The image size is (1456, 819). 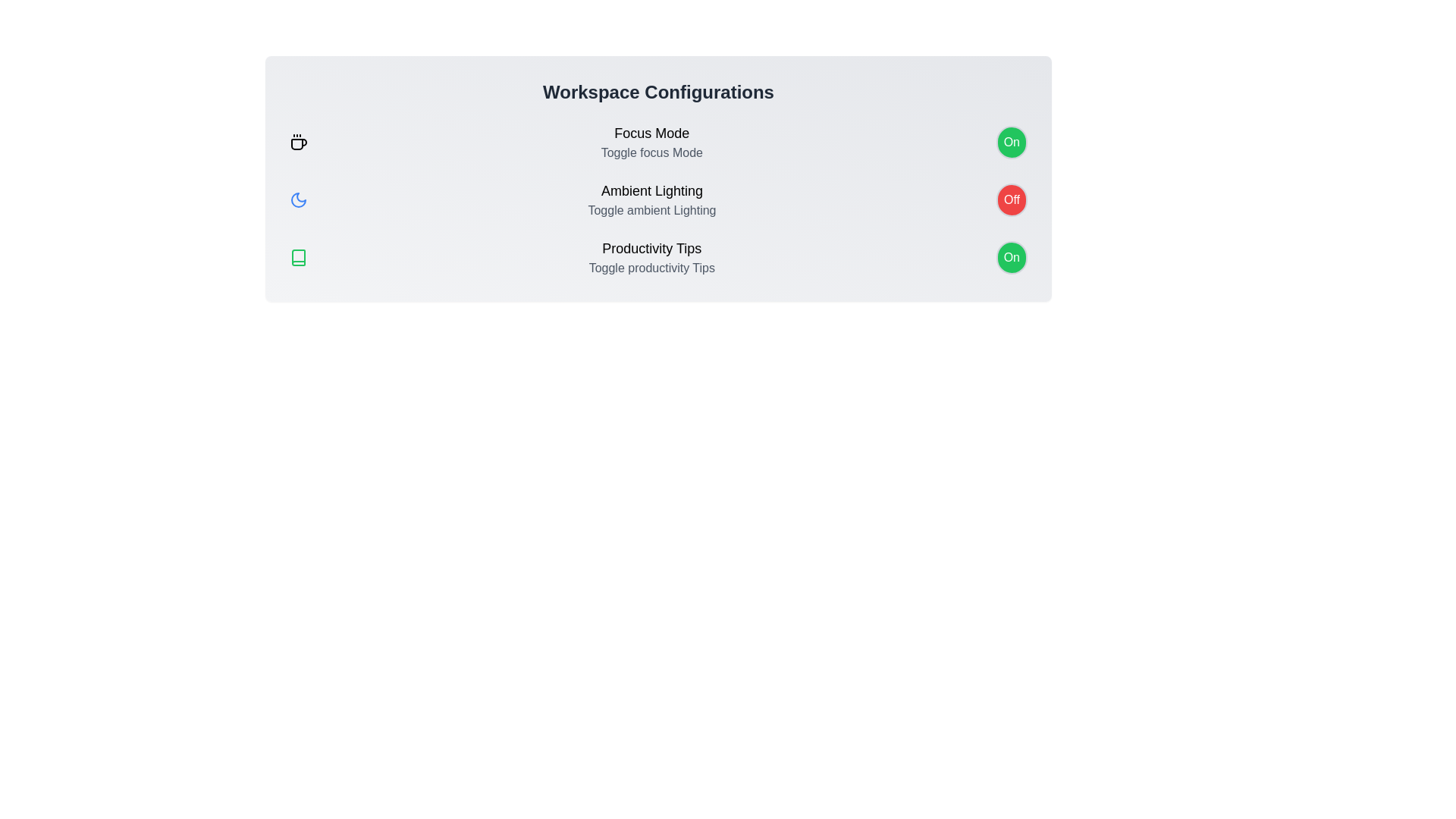 I want to click on the text of Workspace Configurations, so click(x=658, y=93).